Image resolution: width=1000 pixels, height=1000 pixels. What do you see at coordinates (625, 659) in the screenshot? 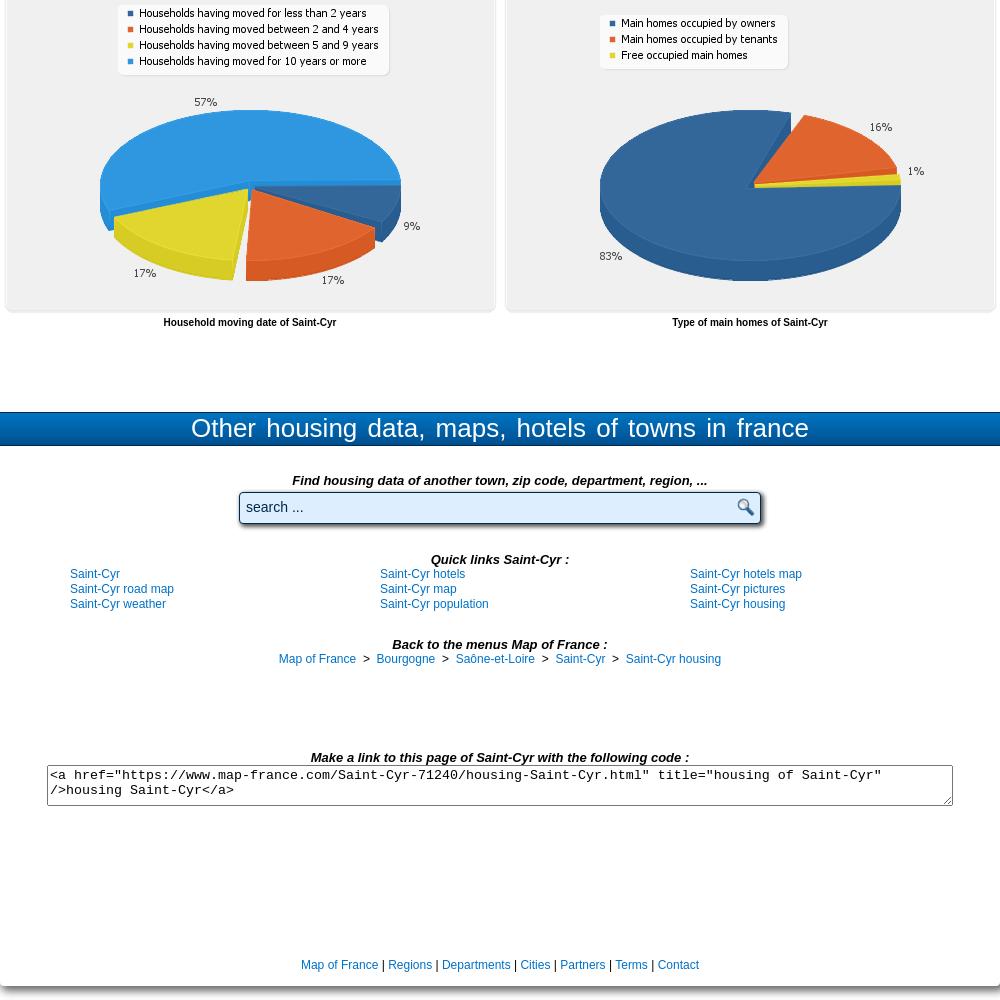
I see `'Saint-Cyr housing'` at bounding box center [625, 659].